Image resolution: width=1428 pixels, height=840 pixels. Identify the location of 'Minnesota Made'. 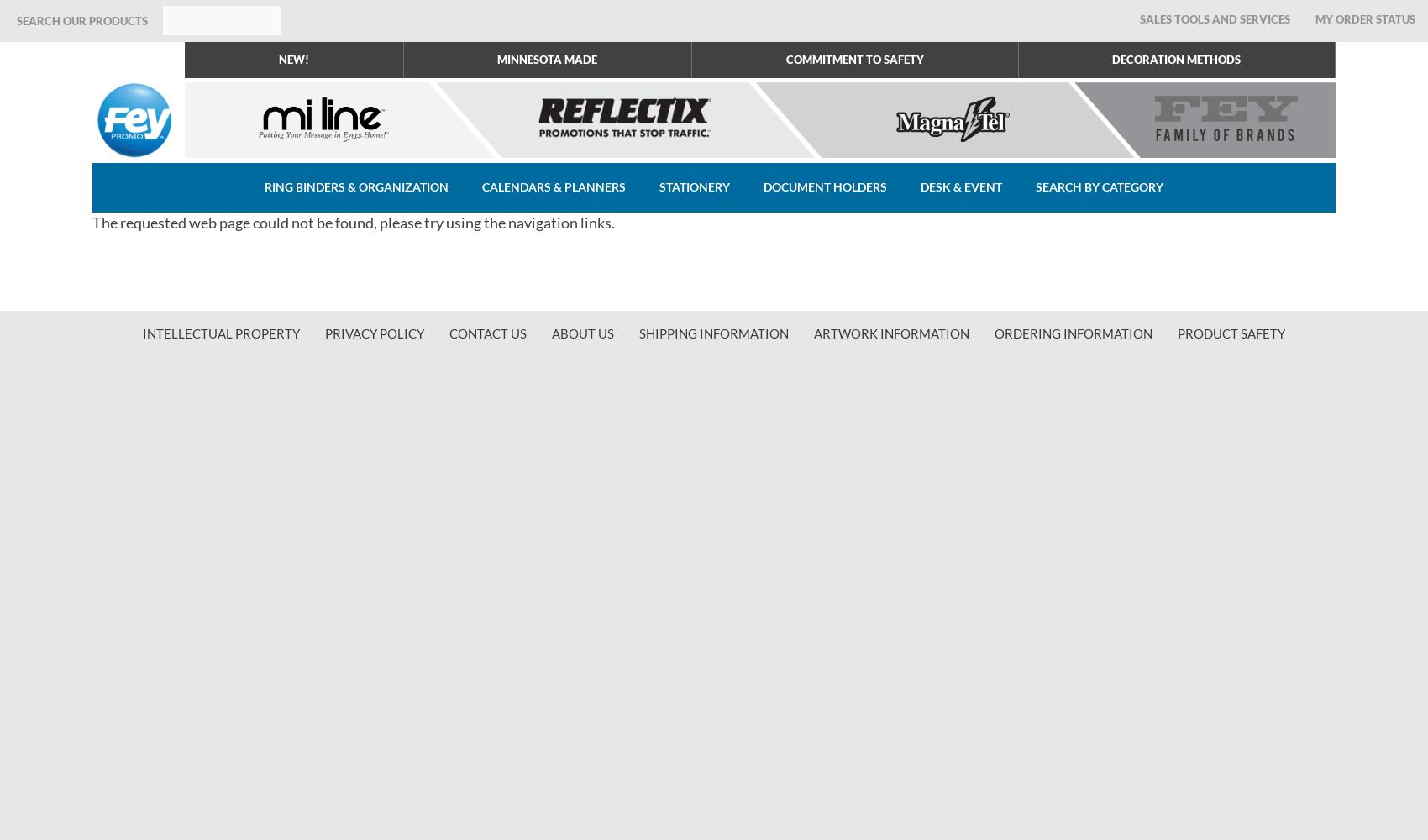
(547, 59).